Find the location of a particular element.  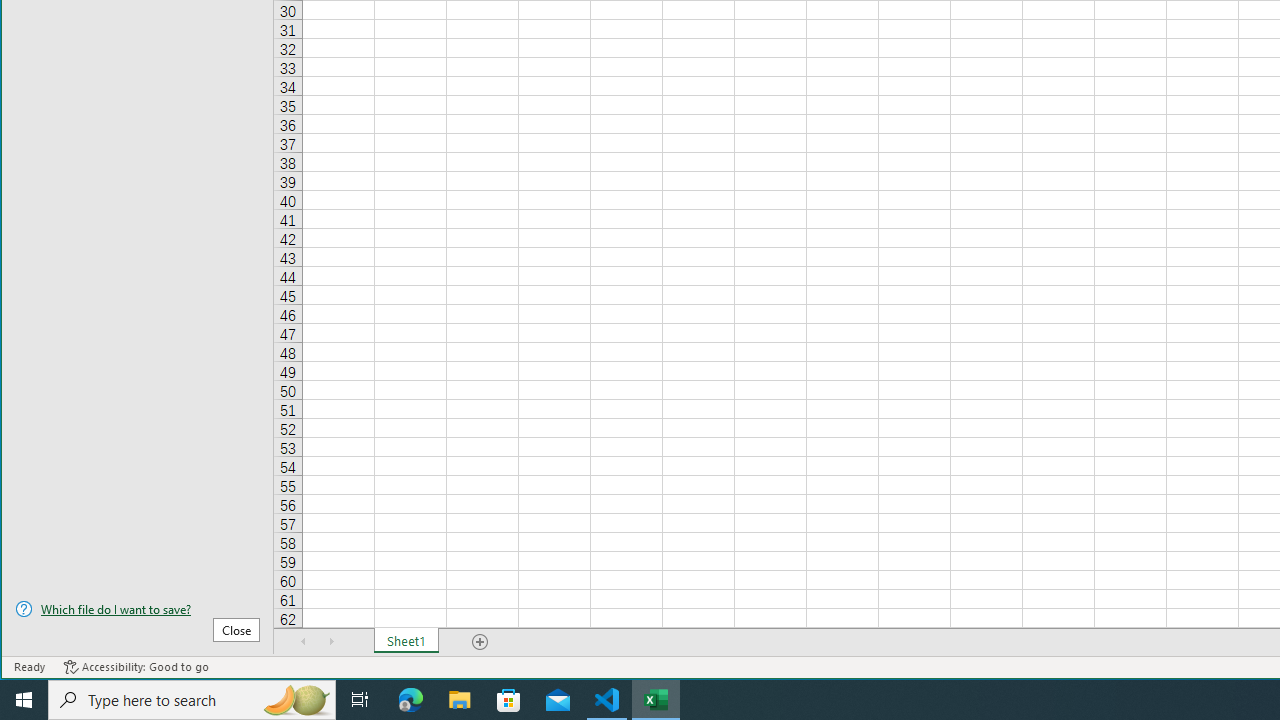

'Microsoft Edge' is located at coordinates (410, 698).